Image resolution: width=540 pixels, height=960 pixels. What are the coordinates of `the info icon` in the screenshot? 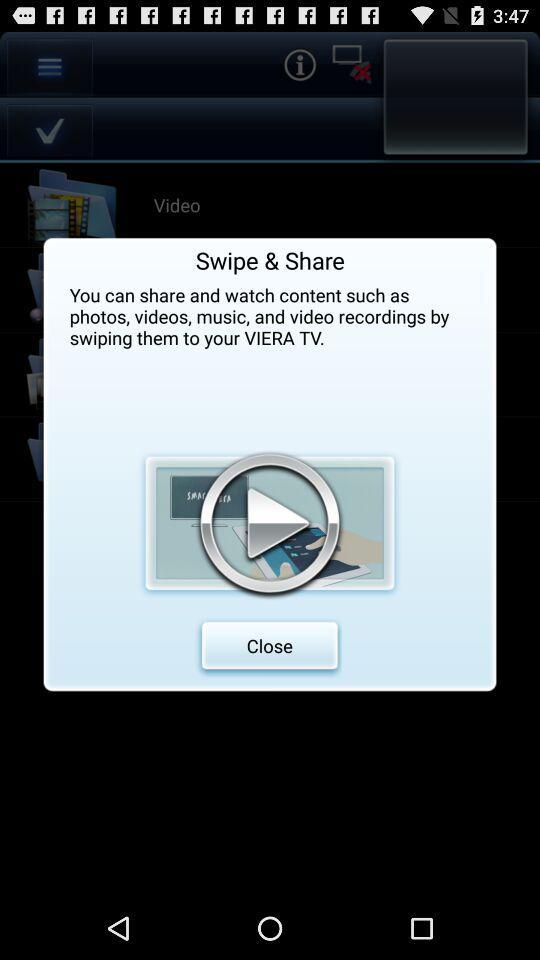 It's located at (298, 68).